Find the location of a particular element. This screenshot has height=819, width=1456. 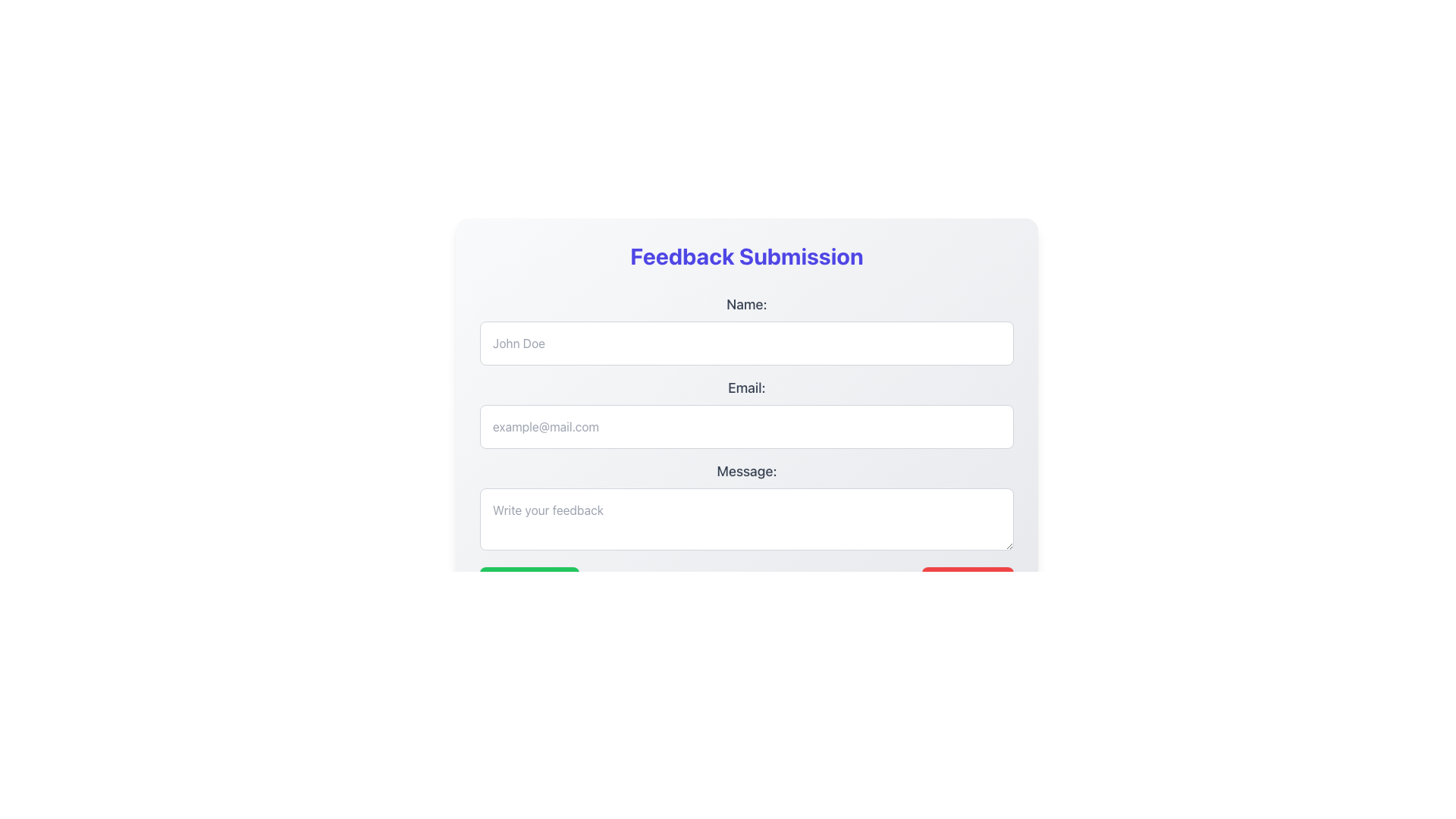

the static label indicating the purpose of the email input field, located between the 'Name:' field and 'Message:' field is located at coordinates (746, 388).